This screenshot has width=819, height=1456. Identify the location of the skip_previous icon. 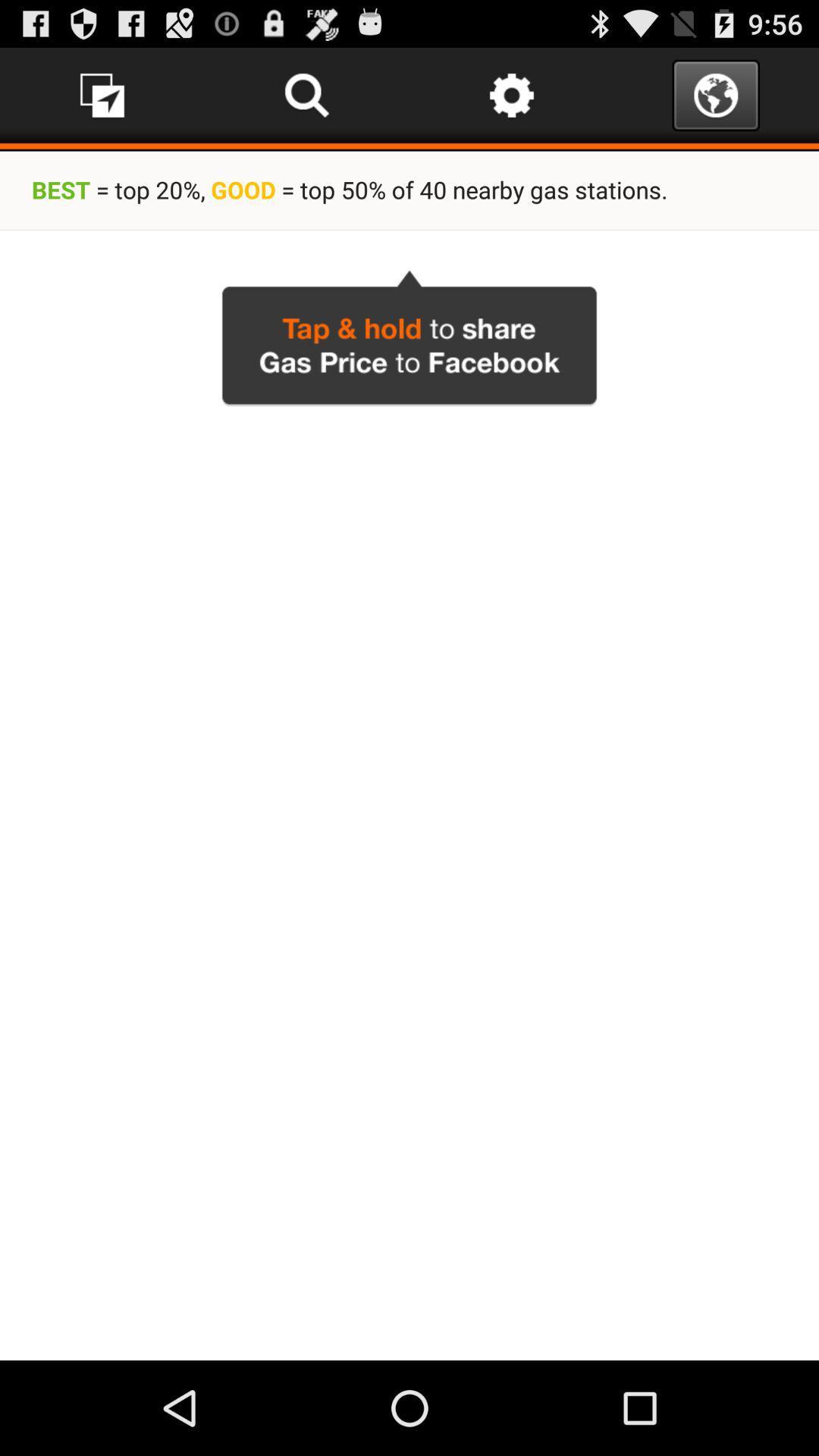
(307, 101).